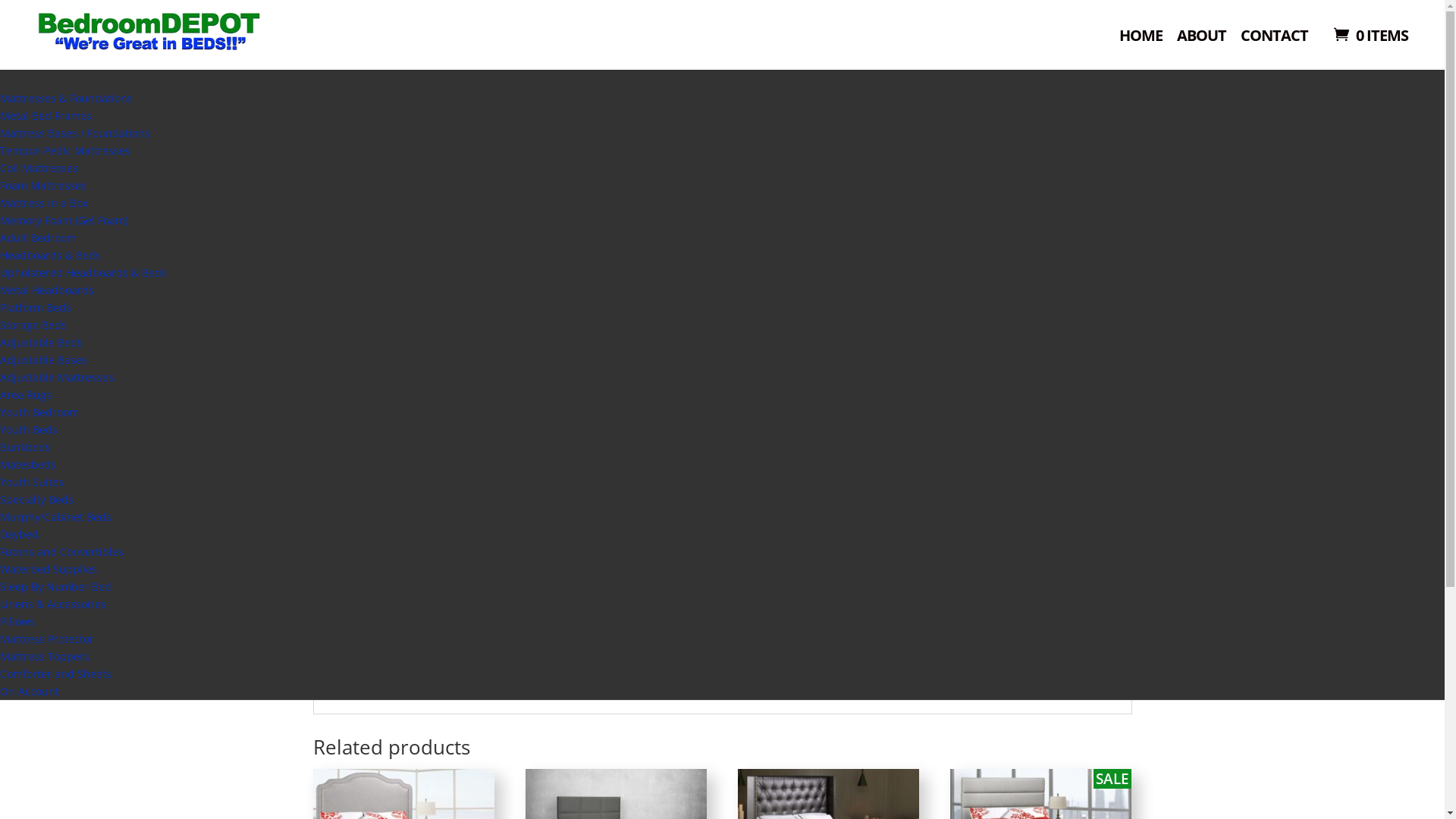 This screenshot has height=819, width=1456. Describe the element at coordinates (0, 307) in the screenshot. I see `'Platform Beds'` at that location.